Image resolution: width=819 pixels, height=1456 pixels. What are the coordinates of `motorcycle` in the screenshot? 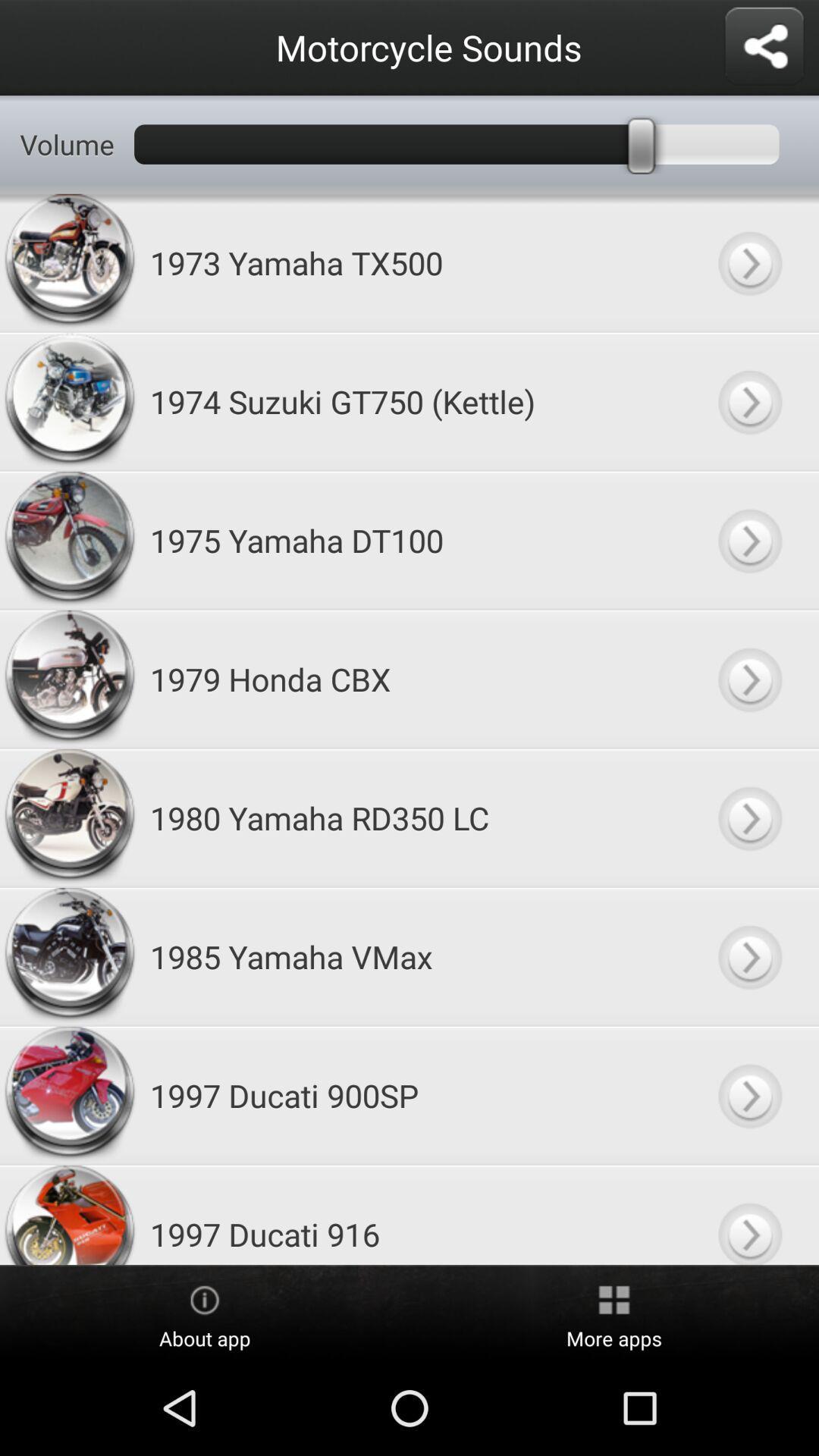 It's located at (748, 401).